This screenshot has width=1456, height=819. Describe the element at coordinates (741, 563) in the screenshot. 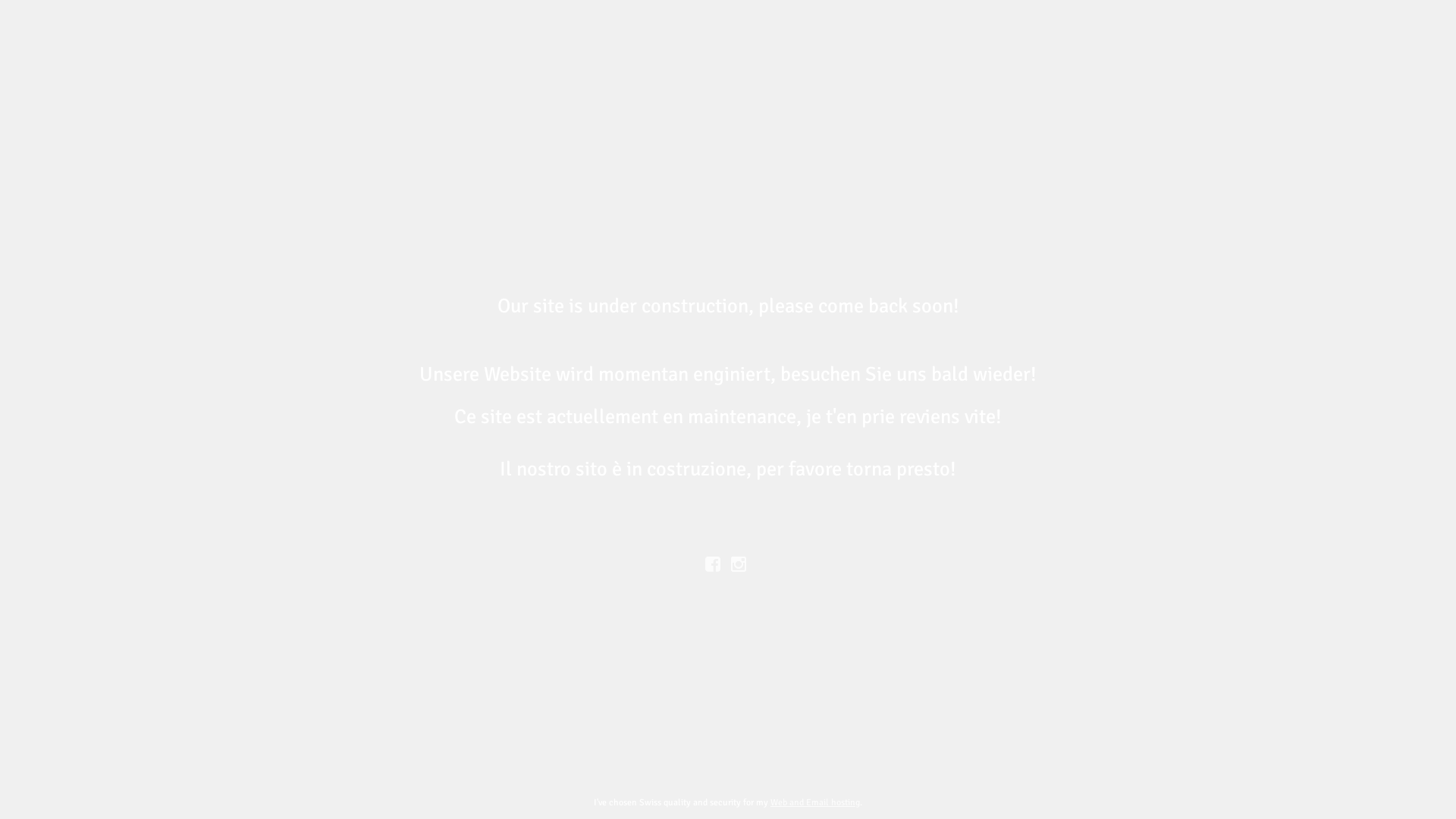

I see `'Instagram'` at that location.